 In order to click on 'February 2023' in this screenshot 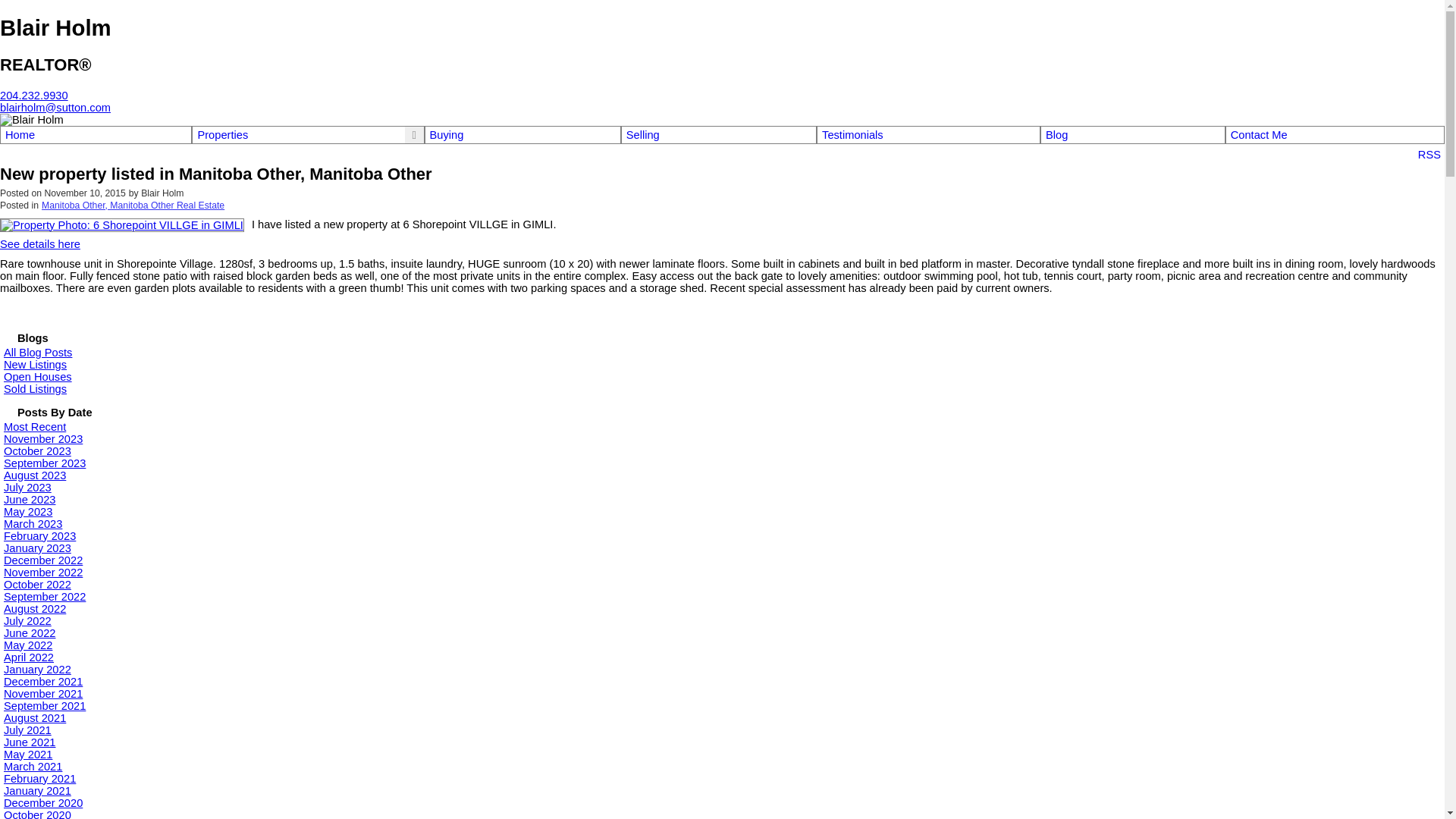, I will do `click(39, 535)`.